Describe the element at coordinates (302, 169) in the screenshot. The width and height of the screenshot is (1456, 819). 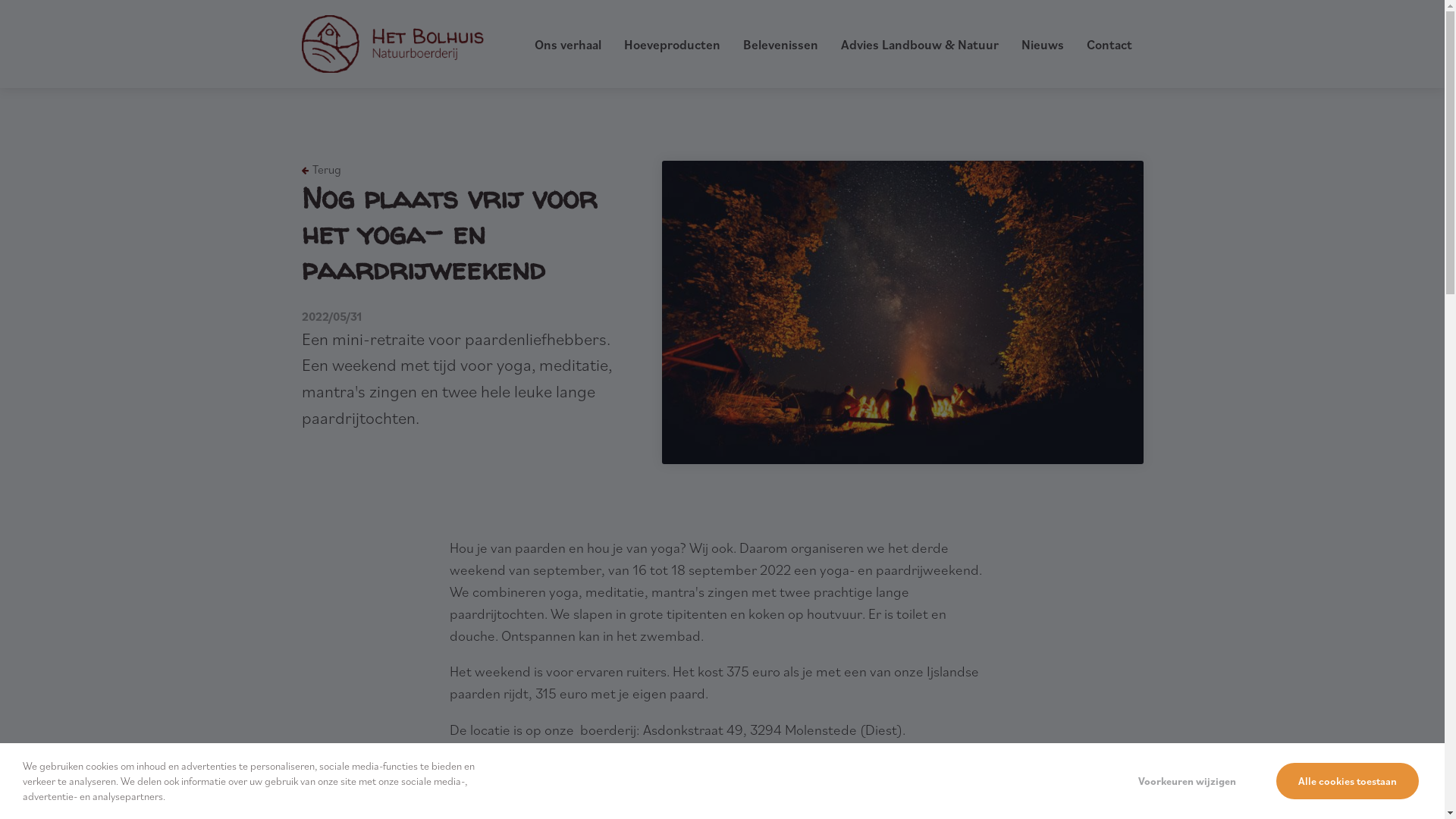
I see `'Terug'` at that location.